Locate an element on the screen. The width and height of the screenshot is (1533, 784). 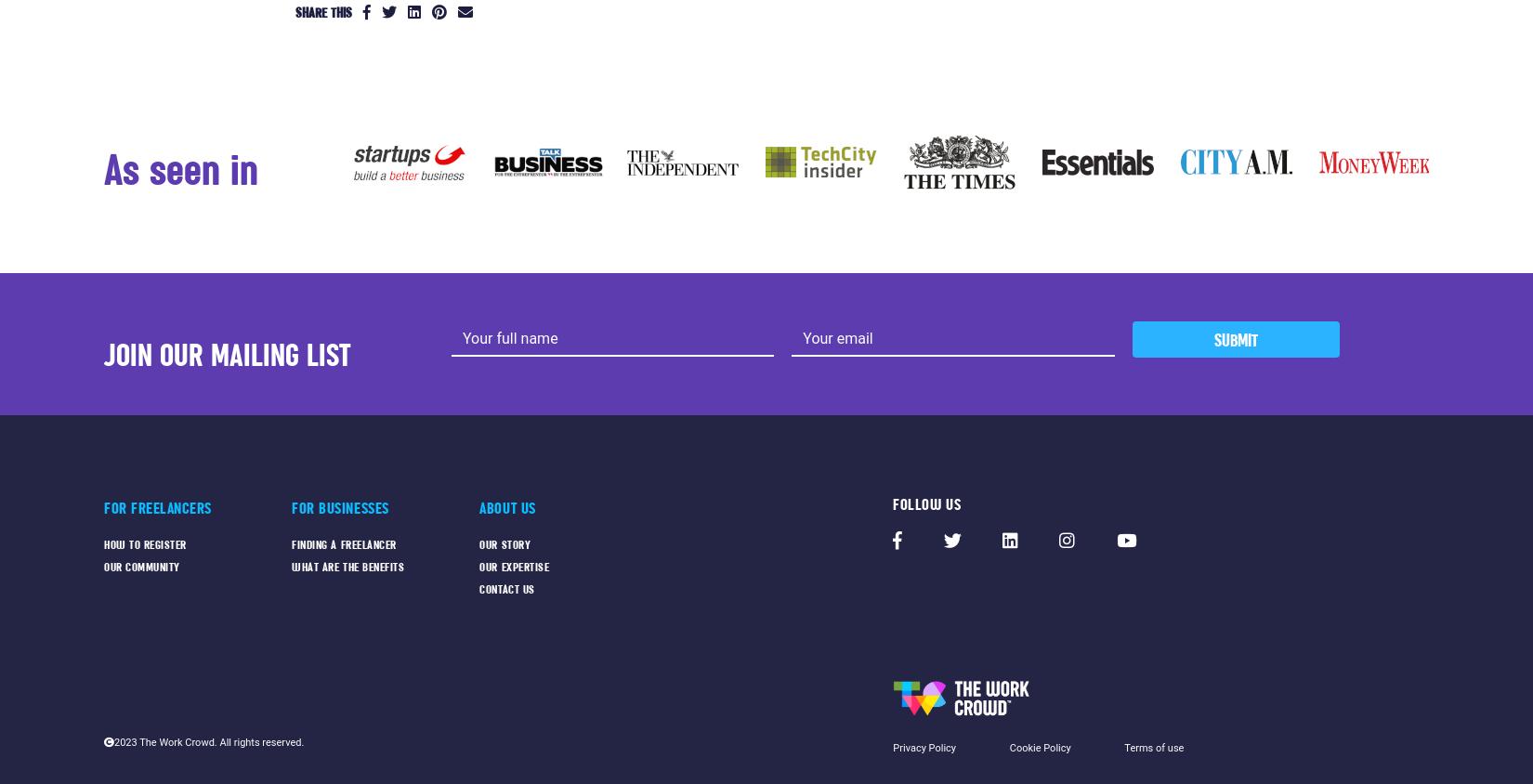
'FOR BUSINESSES' is located at coordinates (339, 507).